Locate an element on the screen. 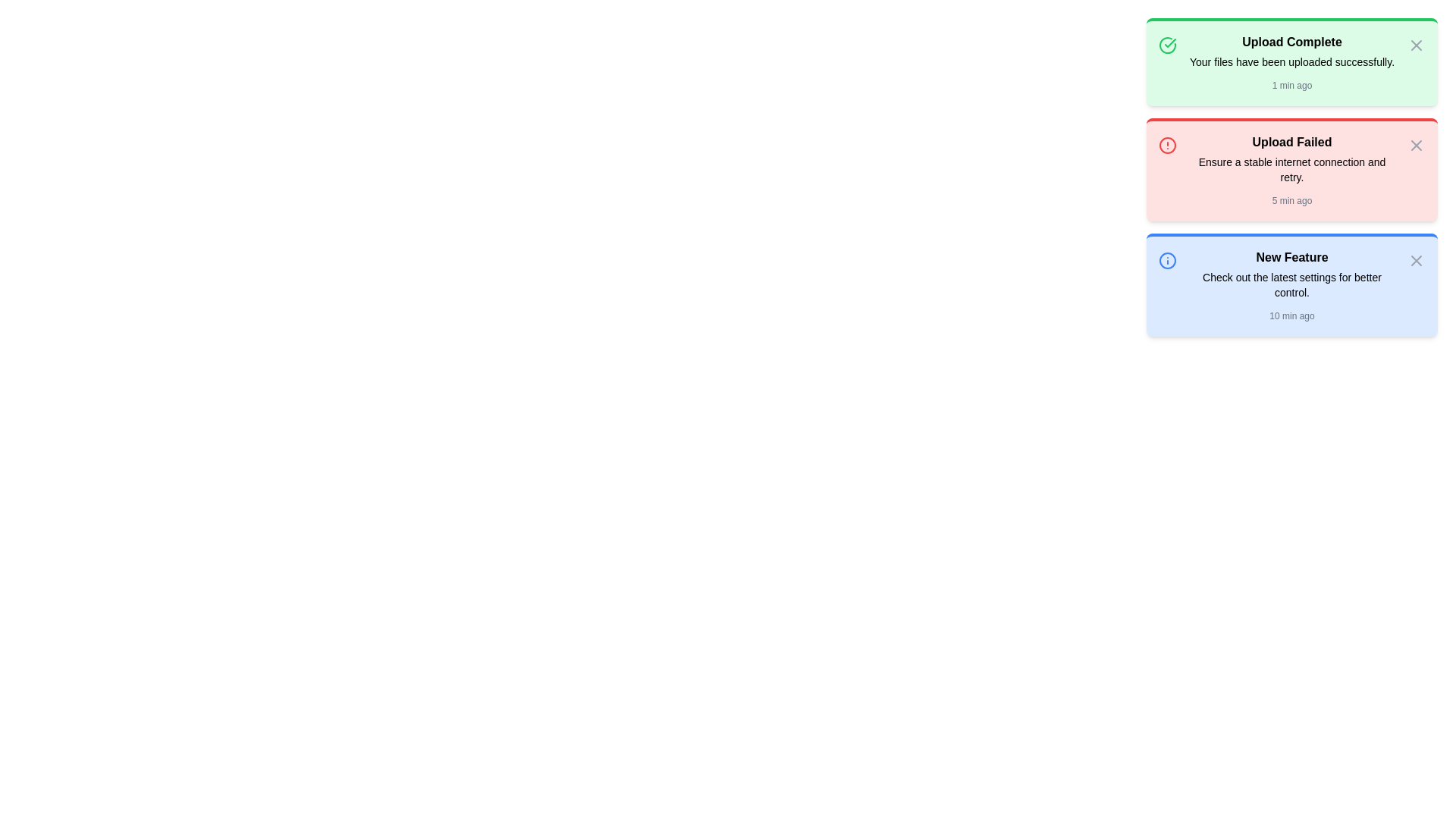  the close icon located in the top-right corner of the blue notification card labeled 'New Feature' is located at coordinates (1415, 259).